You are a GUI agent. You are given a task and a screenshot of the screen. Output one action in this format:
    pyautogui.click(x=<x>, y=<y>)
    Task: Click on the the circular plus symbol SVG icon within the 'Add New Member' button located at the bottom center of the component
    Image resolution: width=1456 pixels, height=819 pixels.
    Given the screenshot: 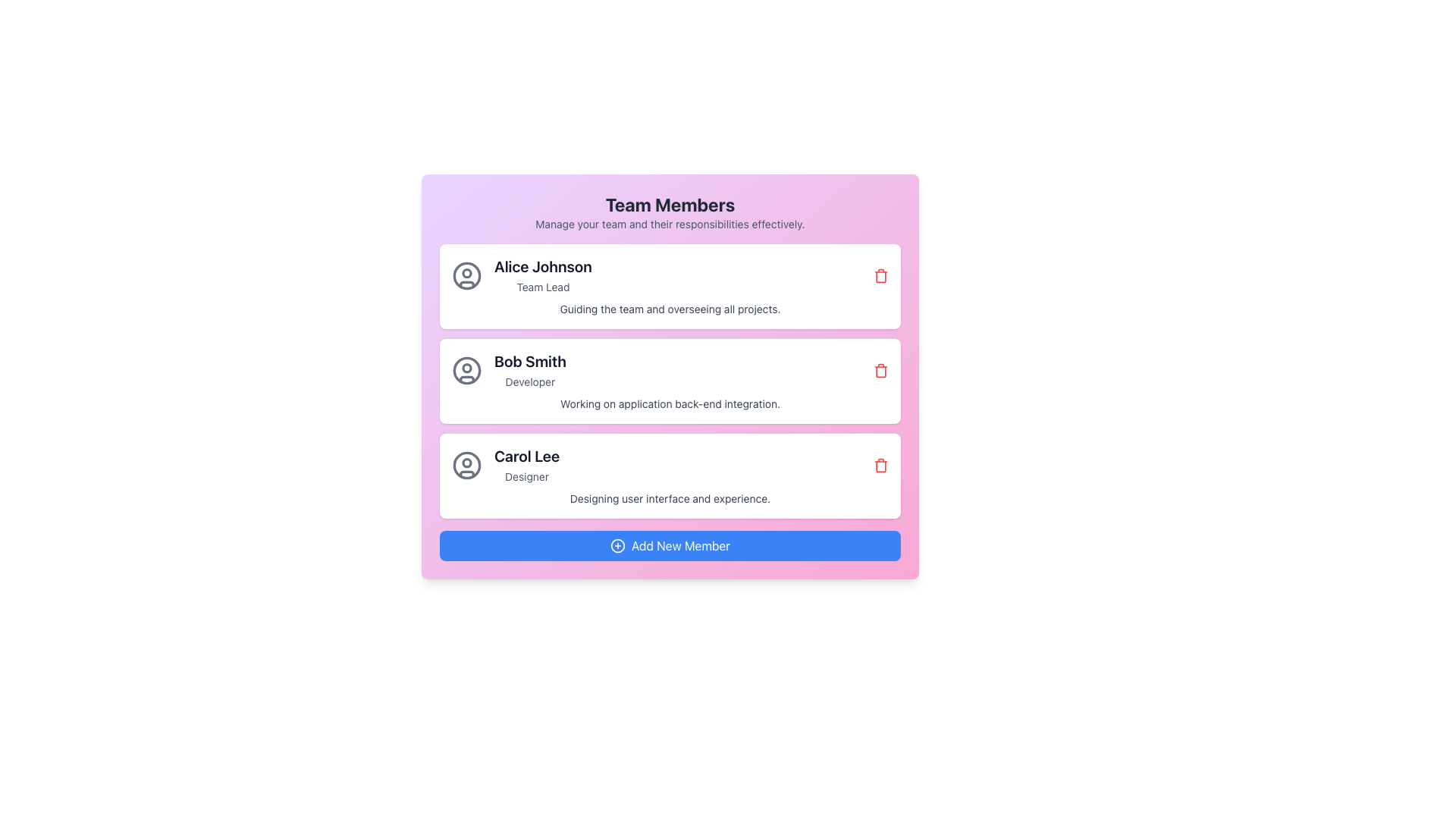 What is the action you would take?
    pyautogui.click(x=617, y=546)
    